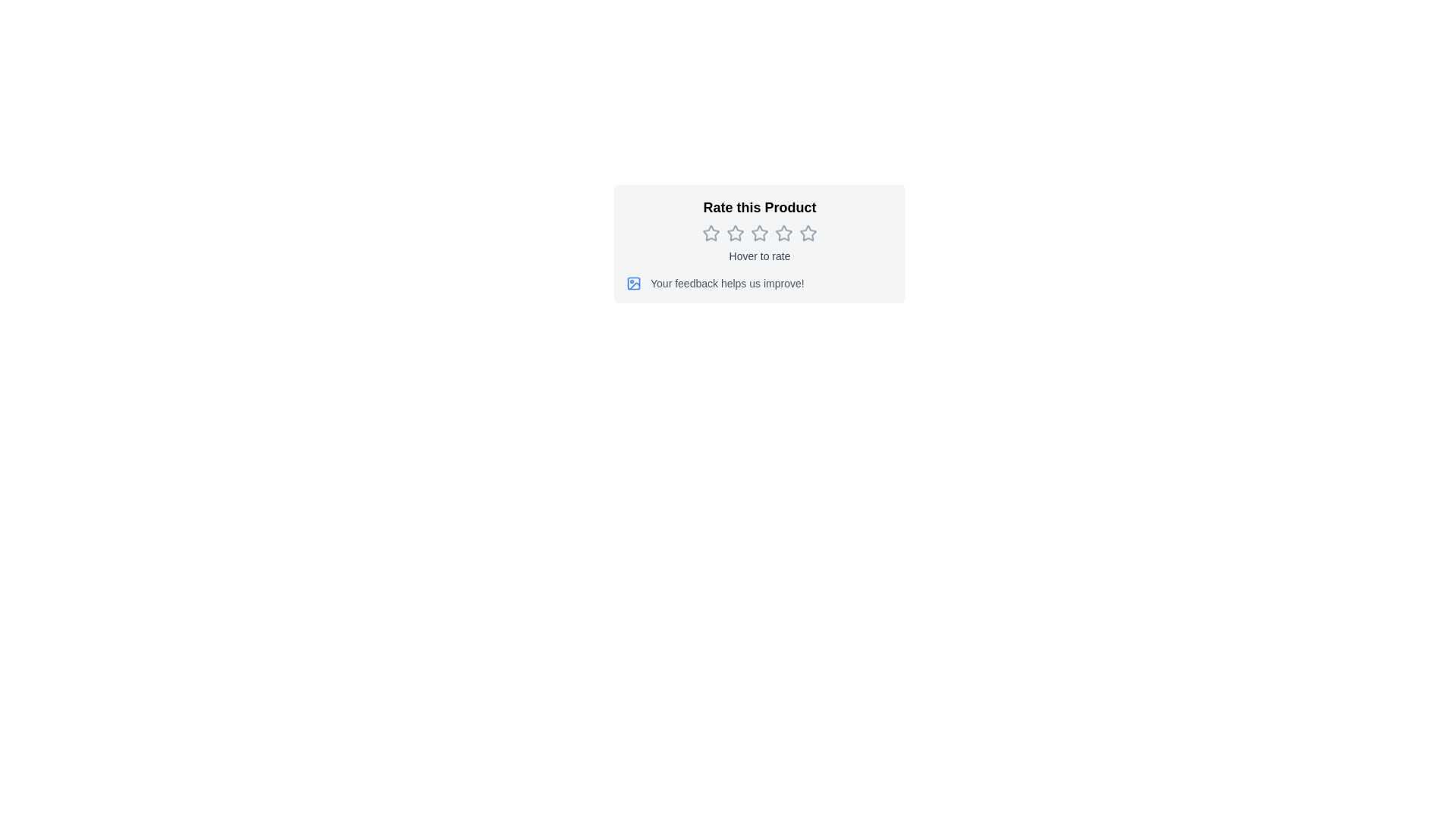 This screenshot has height=819, width=1456. I want to click on the interactive text 'Your feedback helps us improve!' which is located below the 'Hover to rate' text in the 'Rate this Product' section, so click(760, 284).